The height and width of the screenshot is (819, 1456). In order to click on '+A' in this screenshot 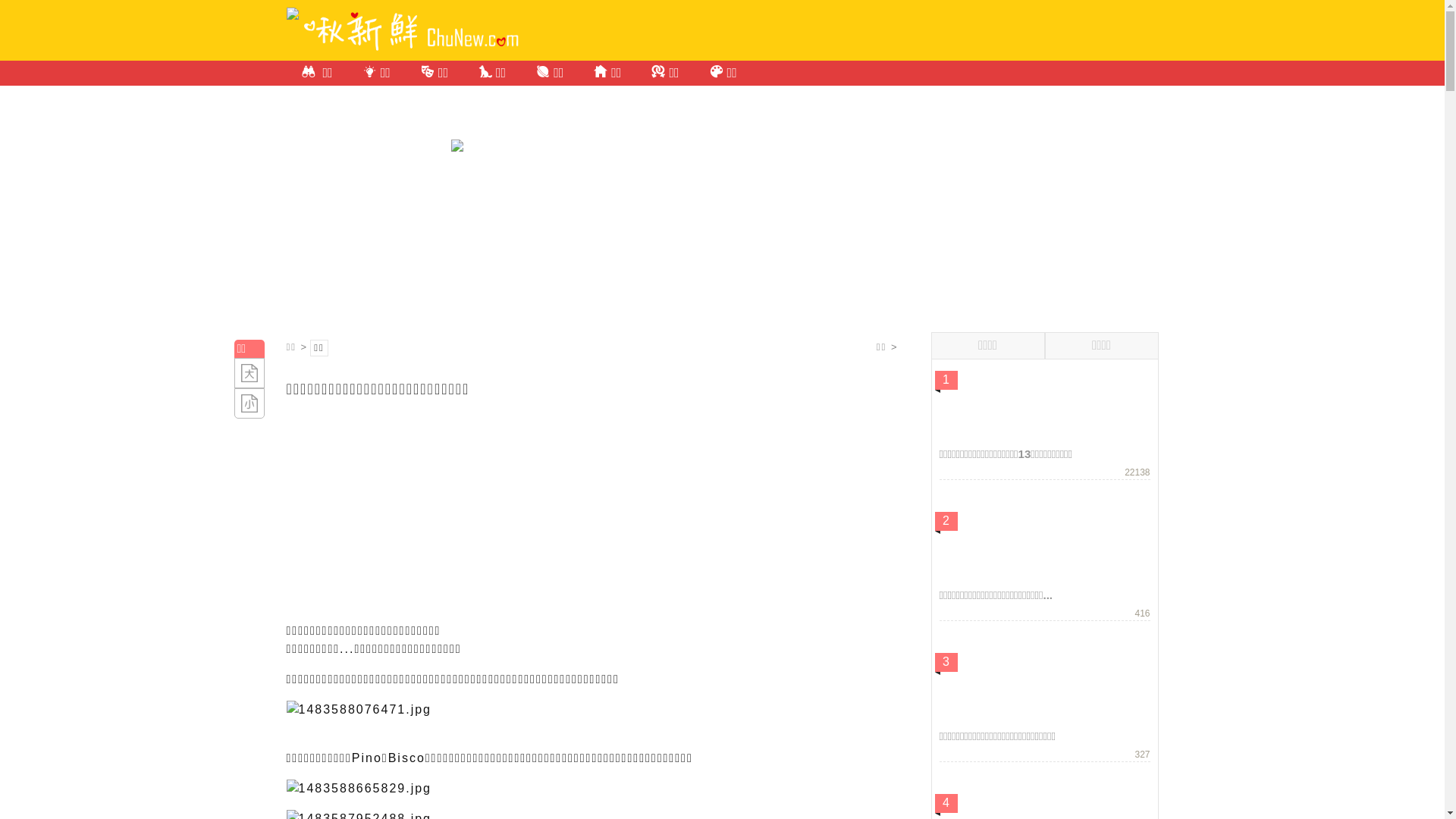, I will do `click(248, 373)`.